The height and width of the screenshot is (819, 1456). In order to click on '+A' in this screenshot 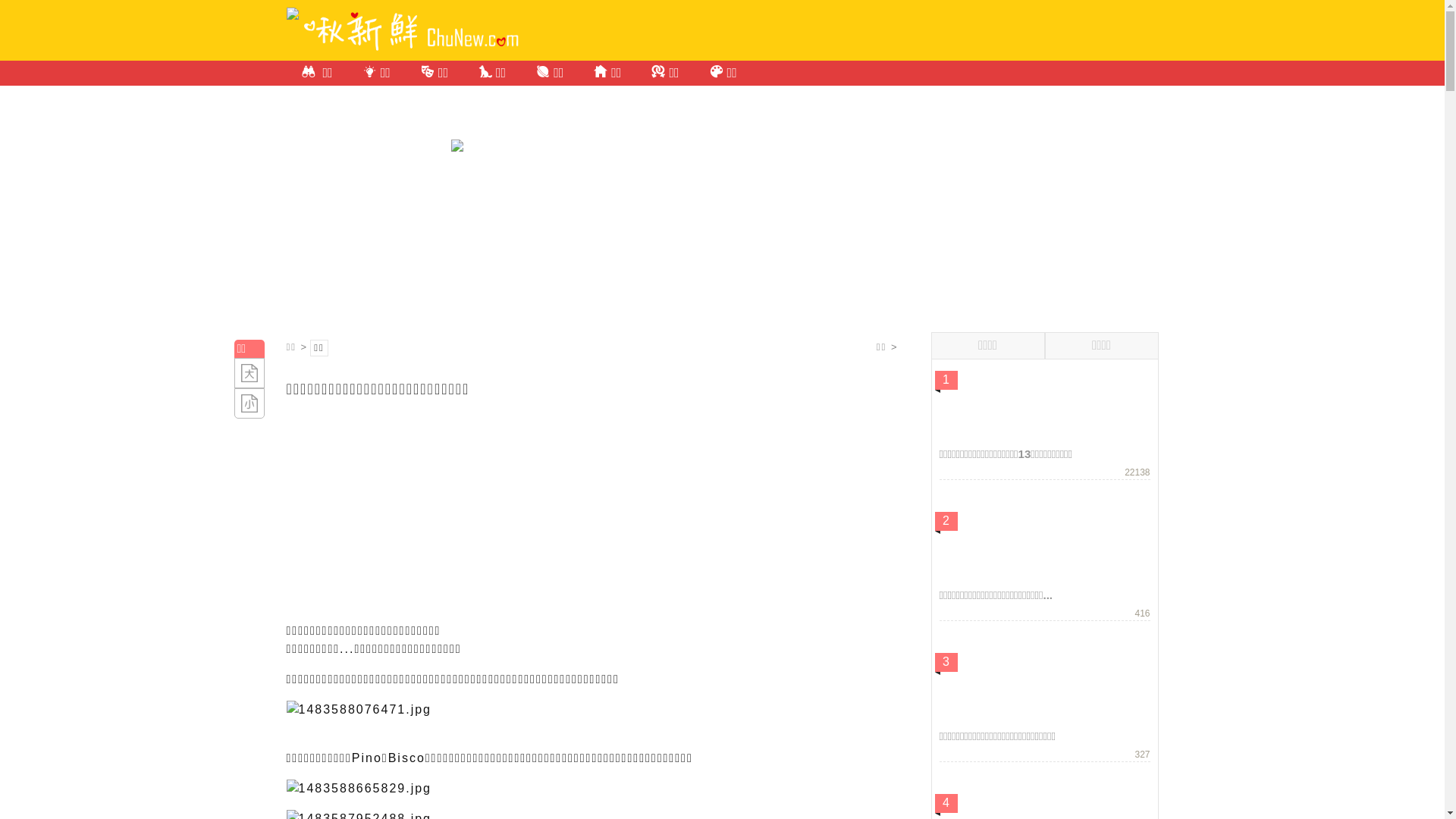, I will do `click(248, 373)`.